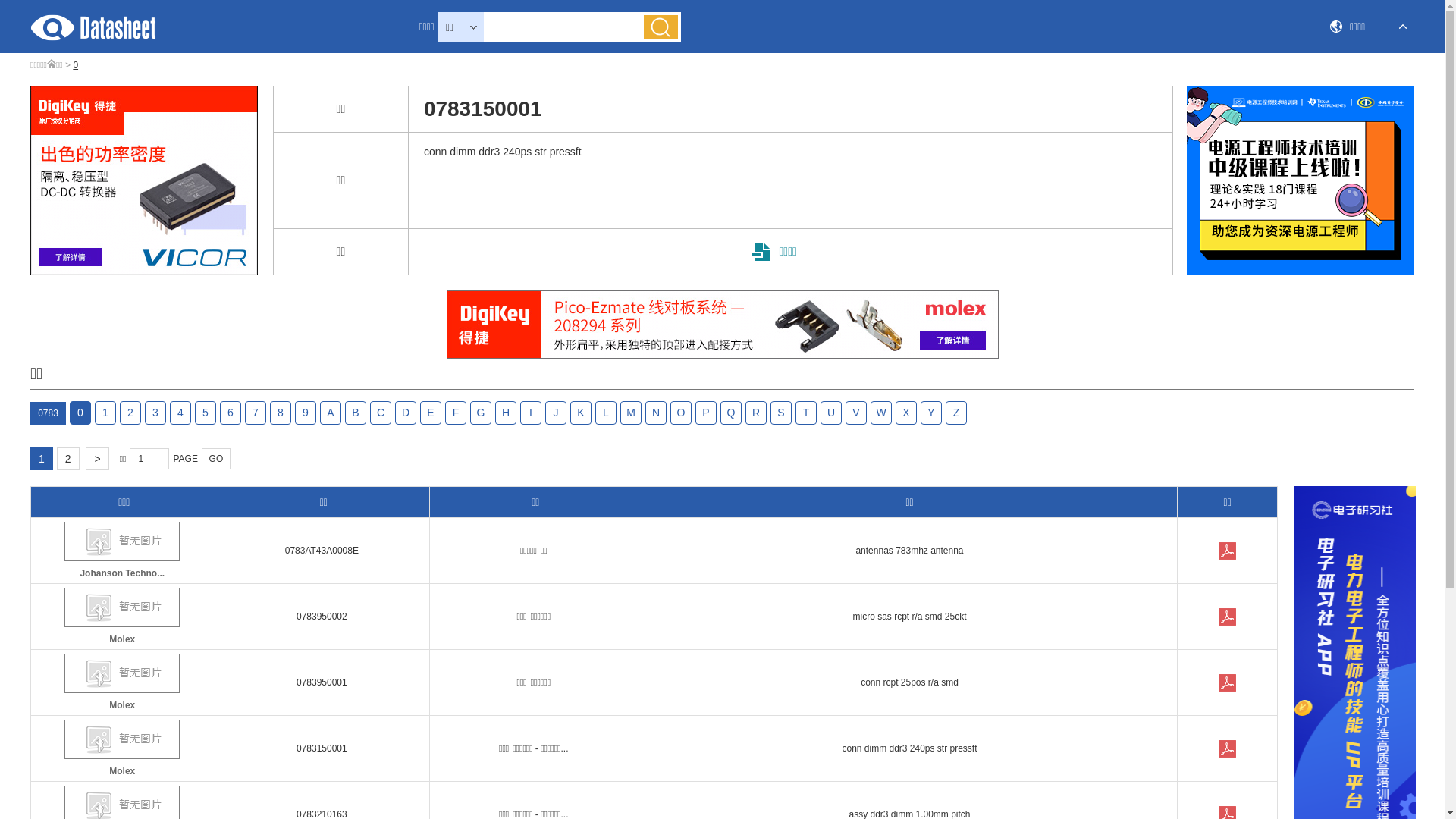 The width and height of the screenshot is (1456, 819). What do you see at coordinates (781, 413) in the screenshot?
I see `'S'` at bounding box center [781, 413].